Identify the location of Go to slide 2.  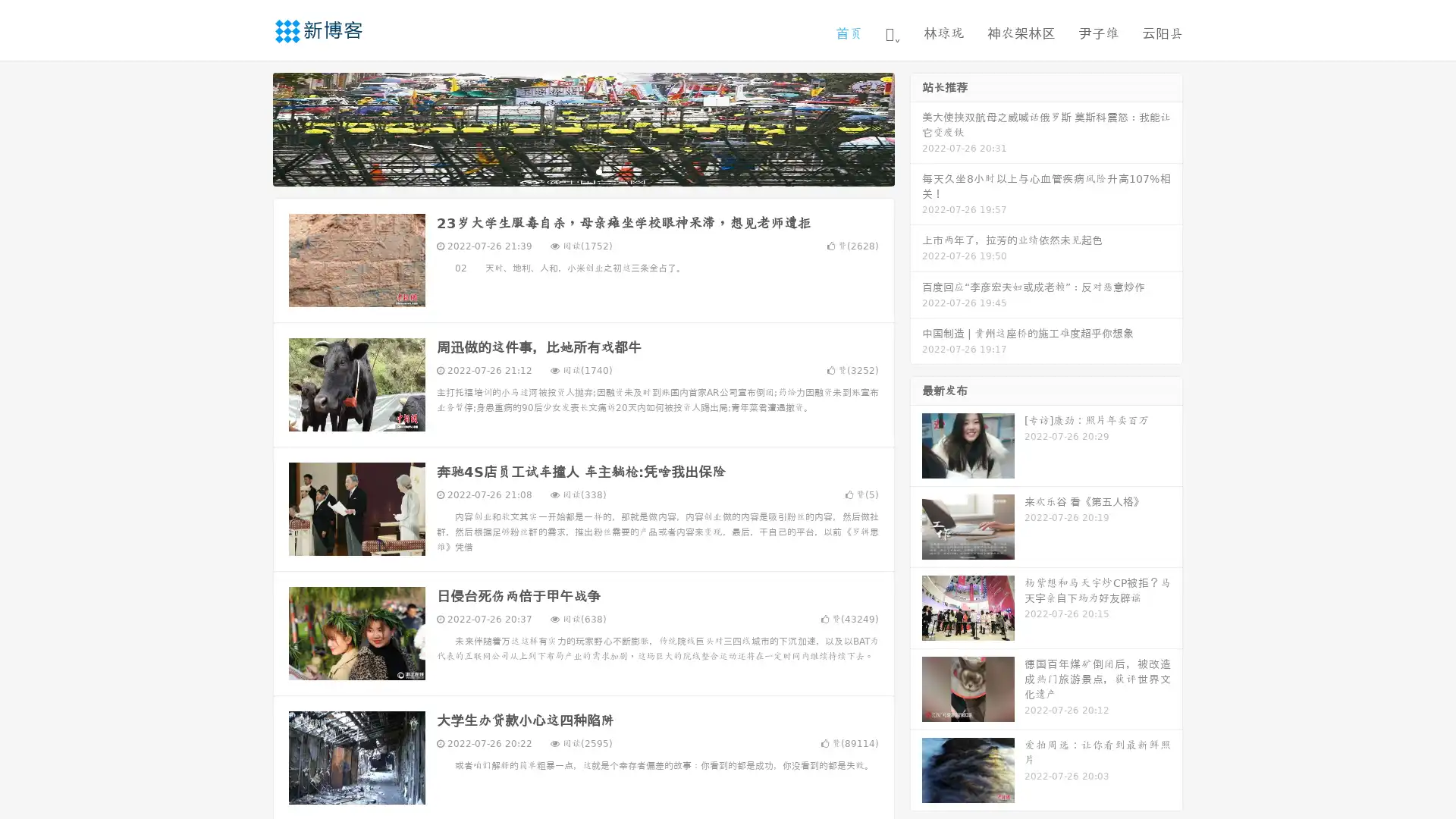
(582, 171).